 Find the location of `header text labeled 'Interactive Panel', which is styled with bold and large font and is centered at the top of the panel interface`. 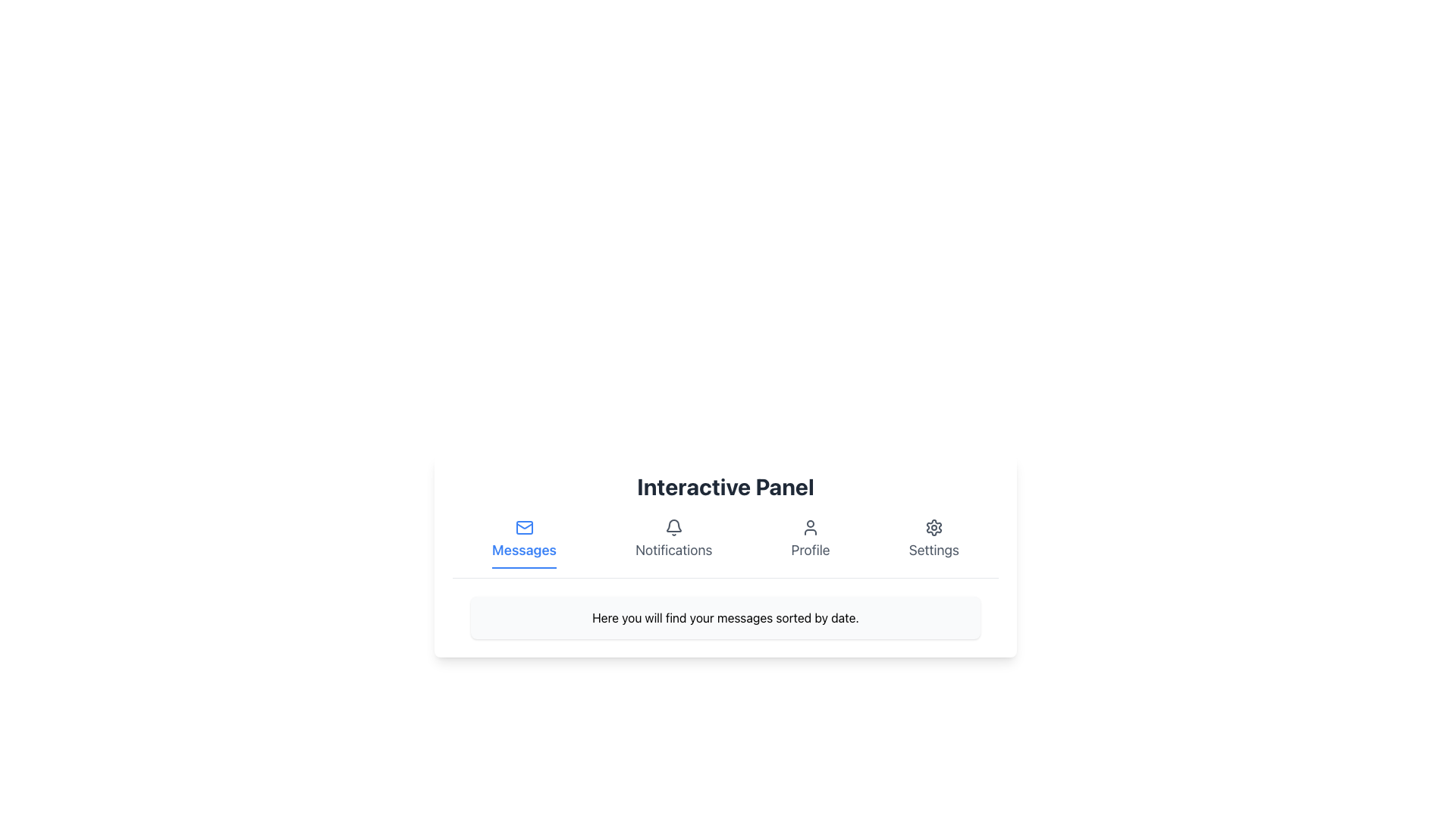

header text labeled 'Interactive Panel', which is styled with bold and large font and is centered at the top of the panel interface is located at coordinates (724, 486).